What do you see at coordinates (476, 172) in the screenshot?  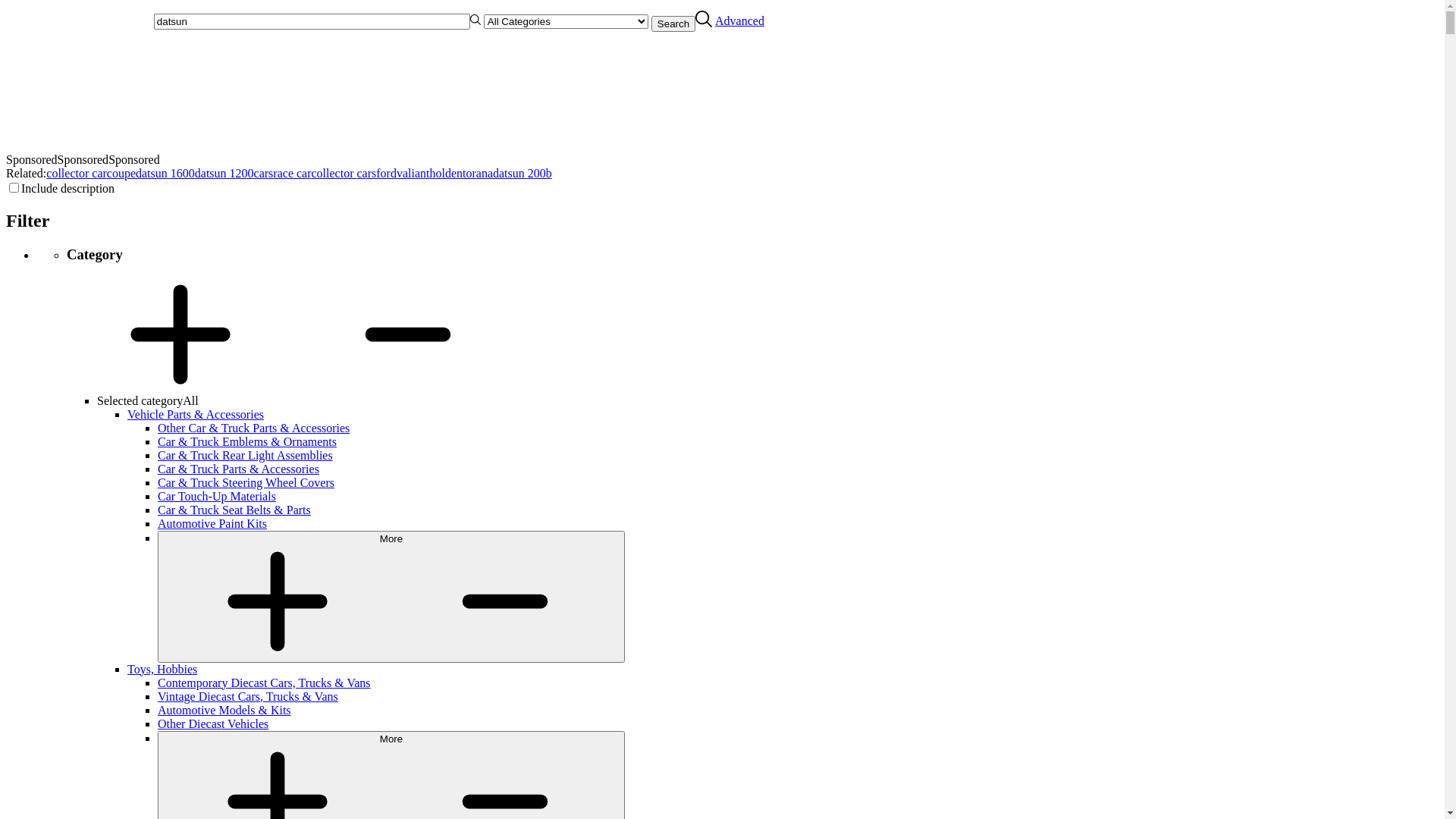 I see `'torana'` at bounding box center [476, 172].